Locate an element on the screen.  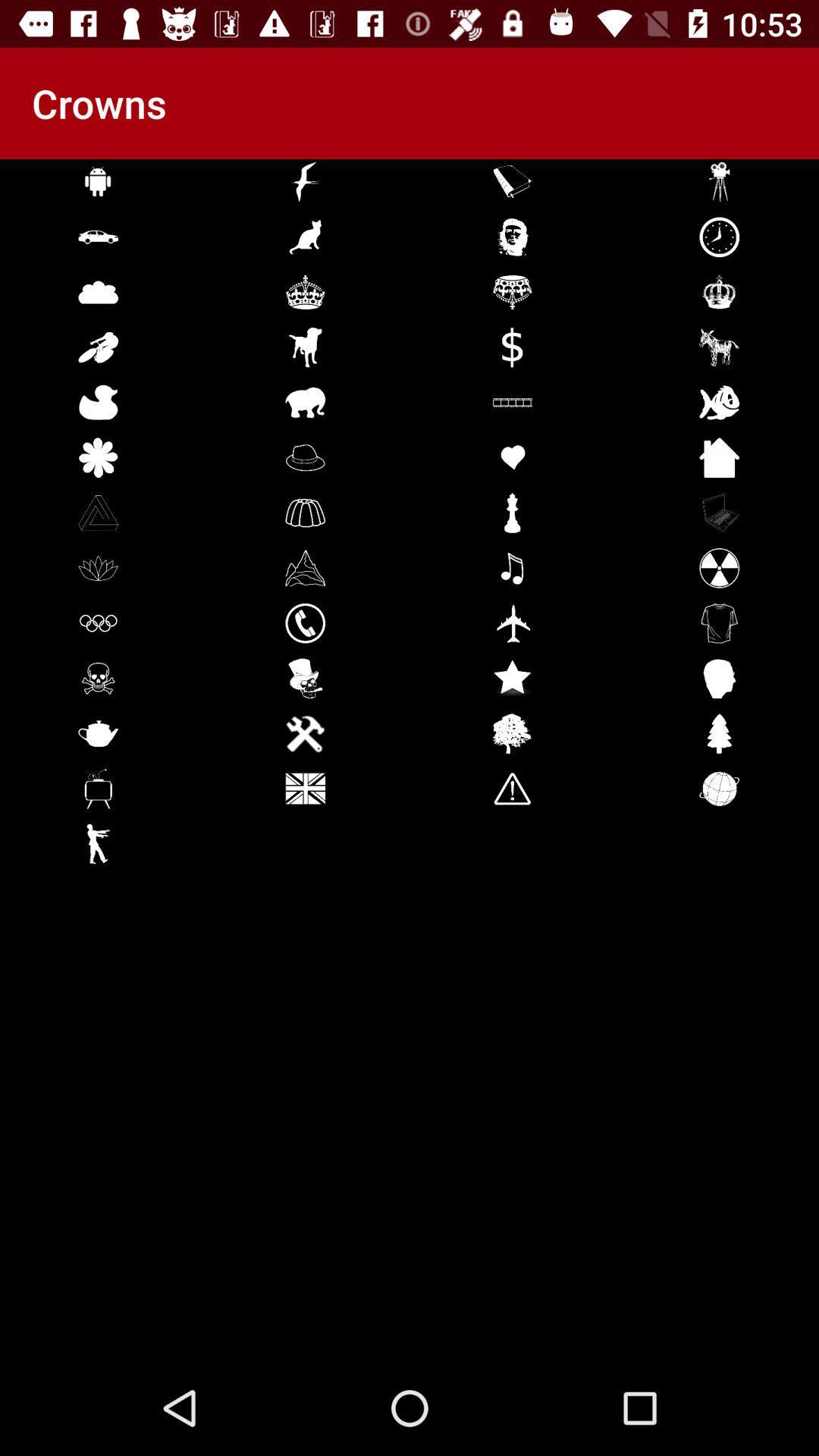
the clock icon is located at coordinates (718, 236).